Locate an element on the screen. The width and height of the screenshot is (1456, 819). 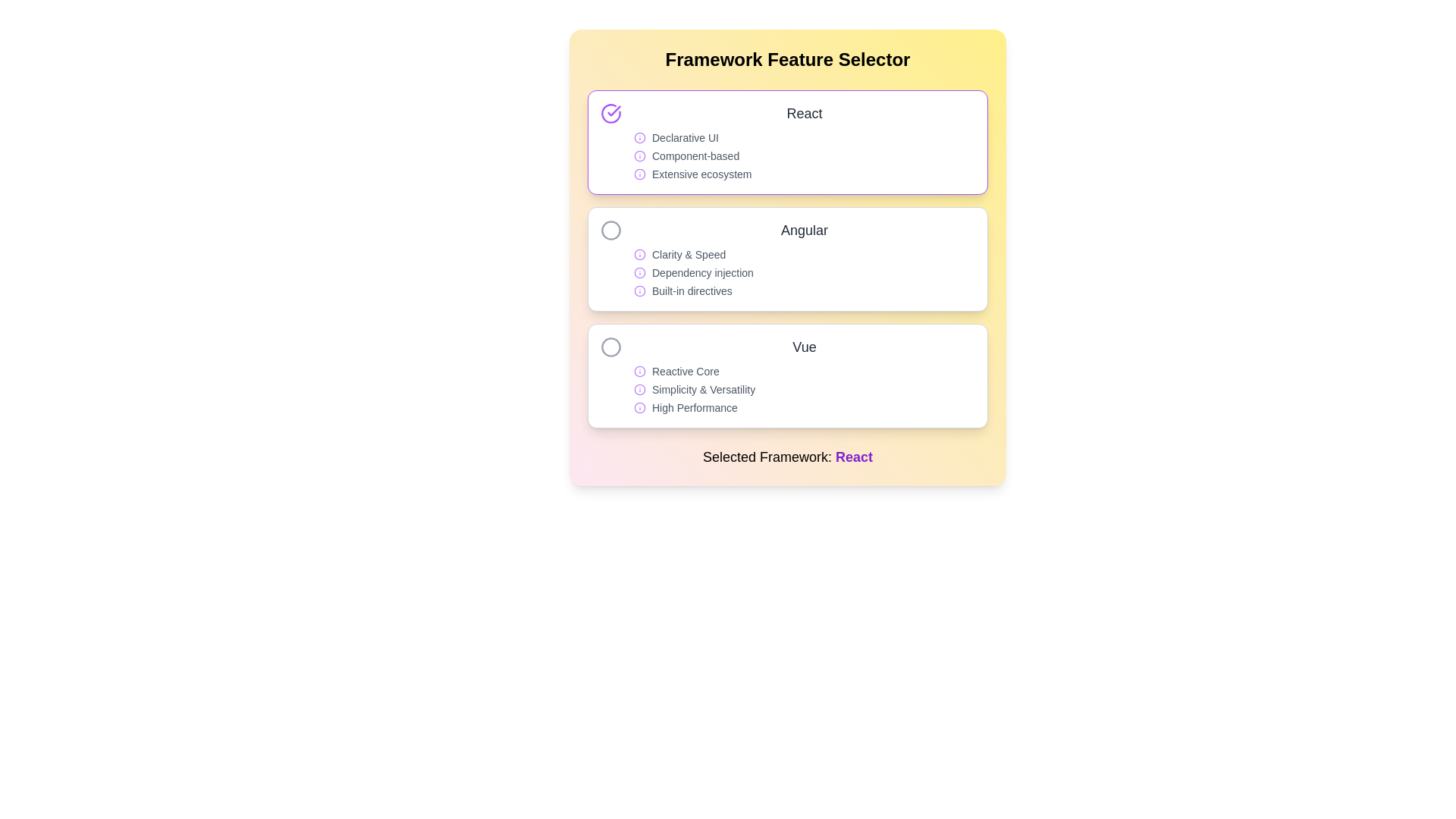
the text label displaying 'React', which is a bold title in black font on a white background, located at the top of the first option card in a vertically stacked set of three cards is located at coordinates (803, 113).